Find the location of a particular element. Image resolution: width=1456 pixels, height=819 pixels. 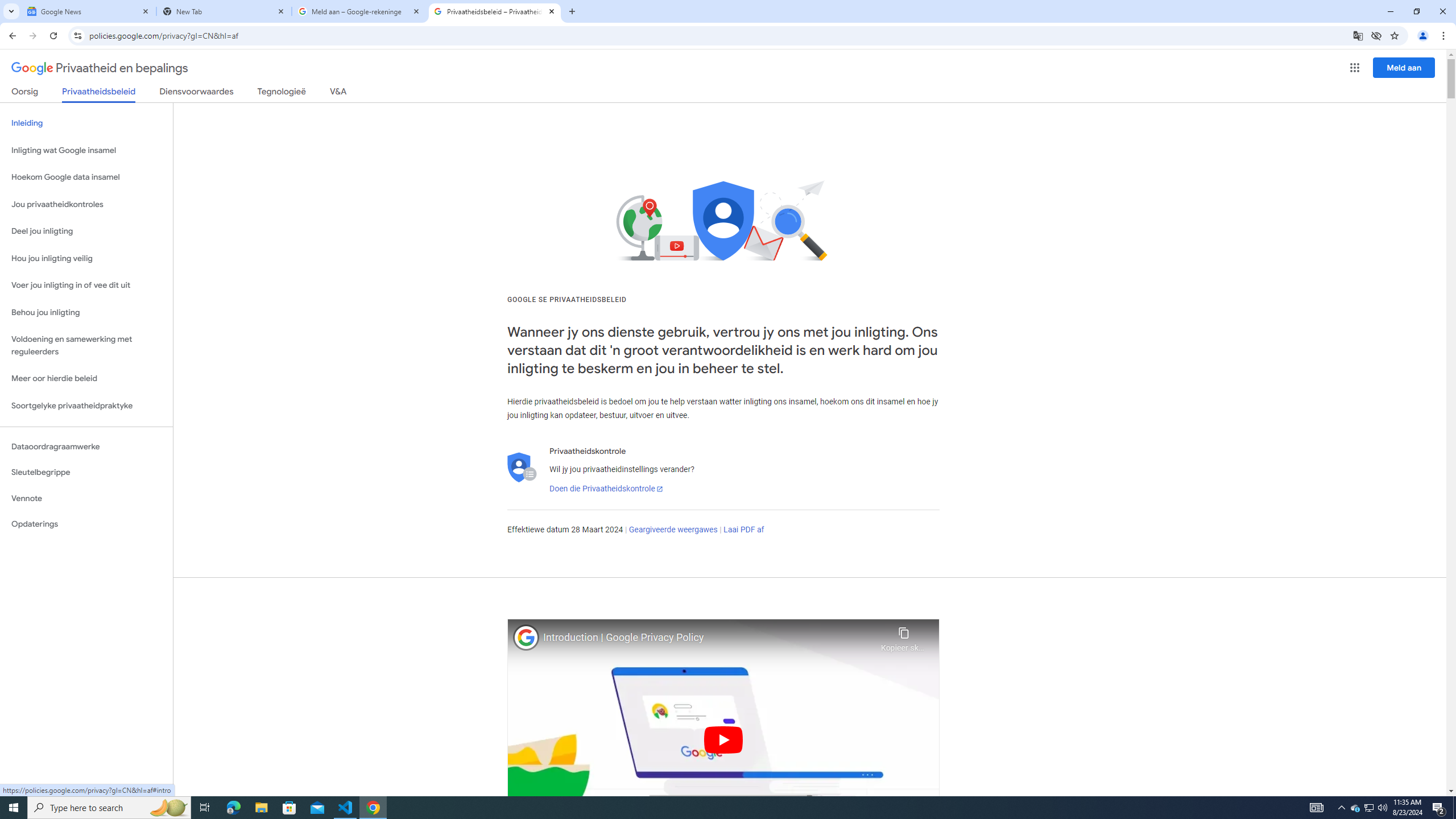

'New Tab' is located at coordinates (224, 11).